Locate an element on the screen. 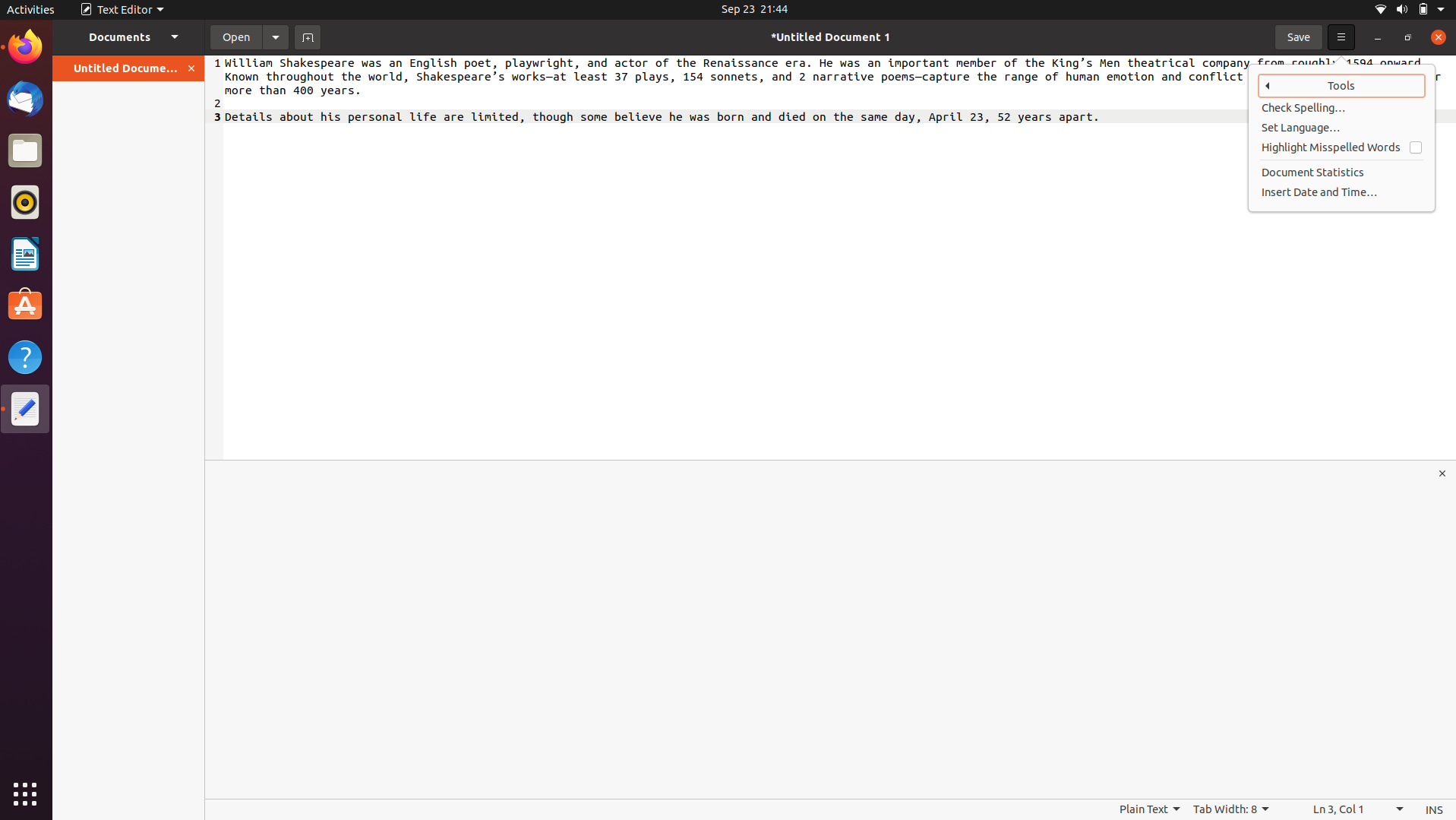  Expand the editor is located at coordinates (1443, 473).